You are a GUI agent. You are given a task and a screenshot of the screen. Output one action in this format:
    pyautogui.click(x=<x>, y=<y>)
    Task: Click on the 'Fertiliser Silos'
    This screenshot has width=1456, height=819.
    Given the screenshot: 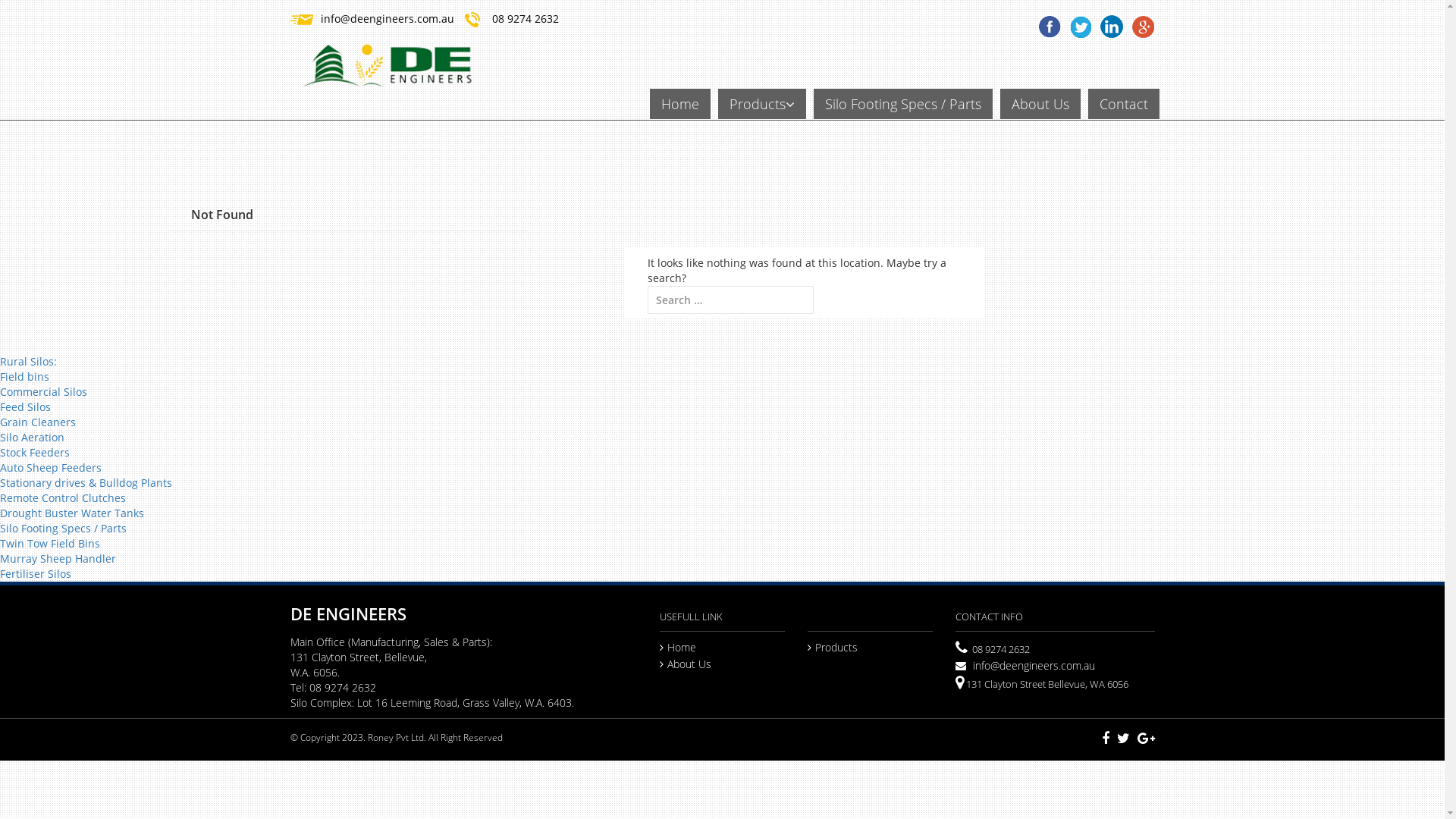 What is the action you would take?
    pyautogui.click(x=0, y=573)
    